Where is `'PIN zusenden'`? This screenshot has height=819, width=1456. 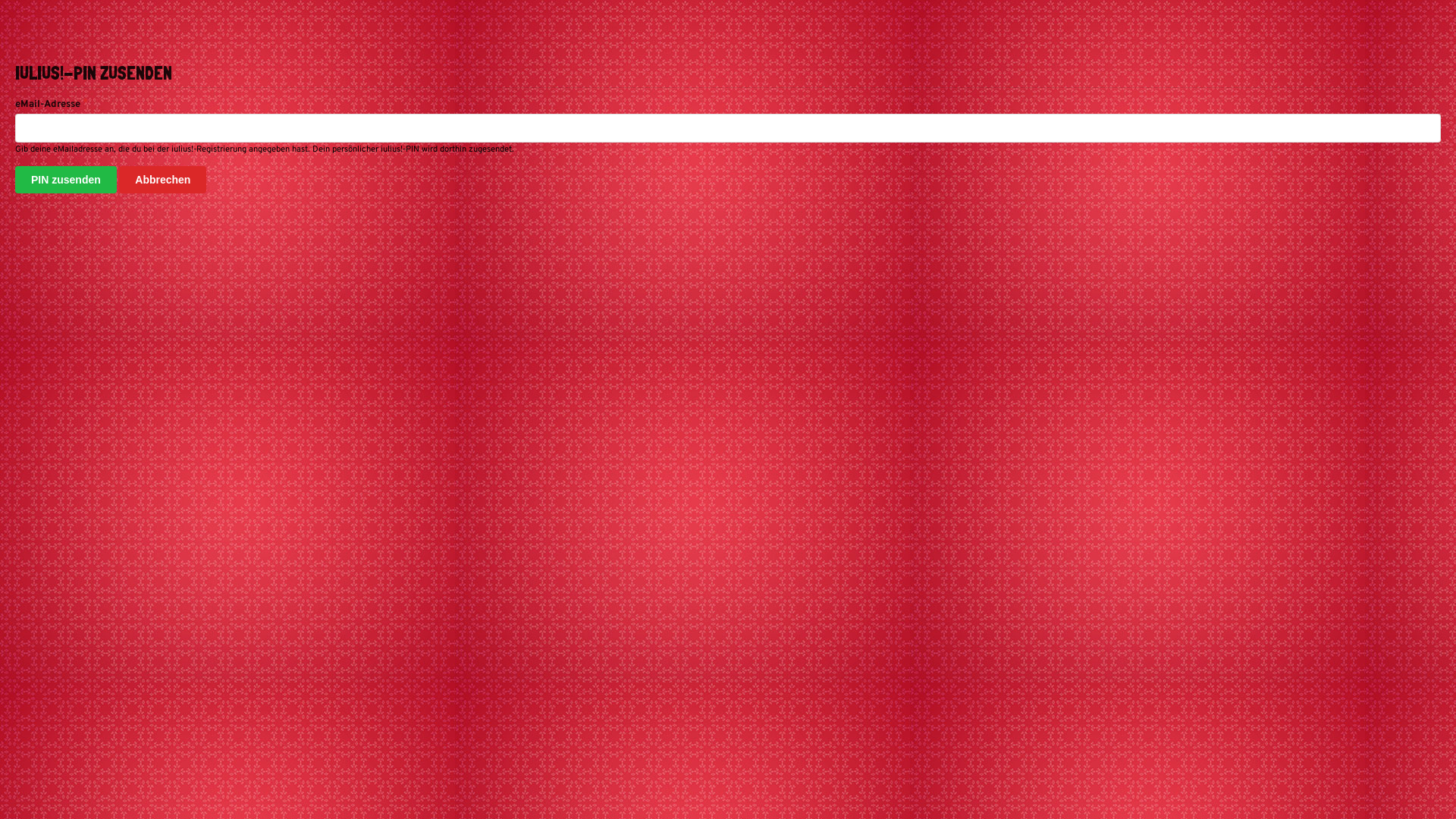 'PIN zusenden' is located at coordinates (64, 178).